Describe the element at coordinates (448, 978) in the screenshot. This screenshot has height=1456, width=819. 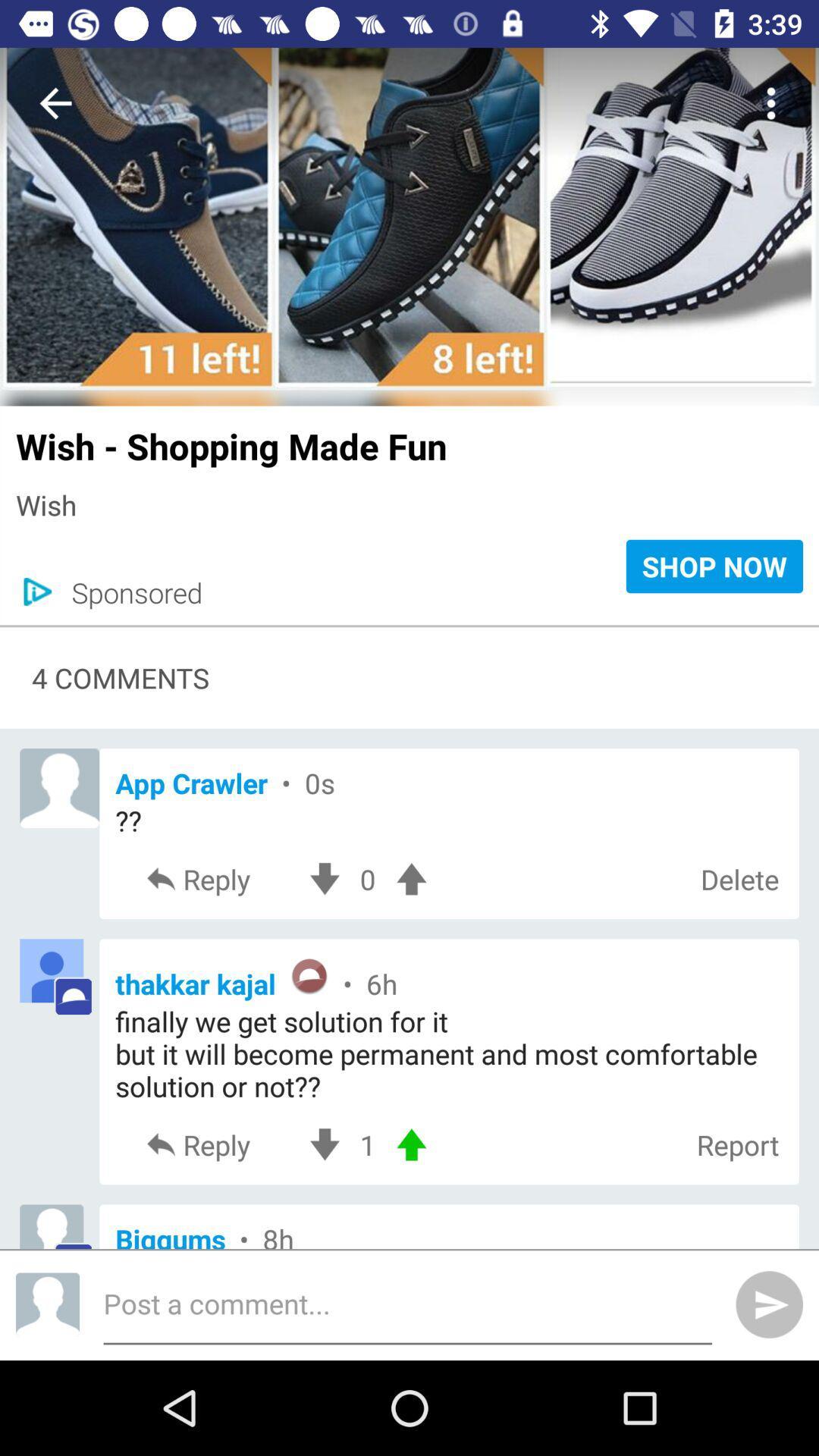
I see `item below the reply` at that location.